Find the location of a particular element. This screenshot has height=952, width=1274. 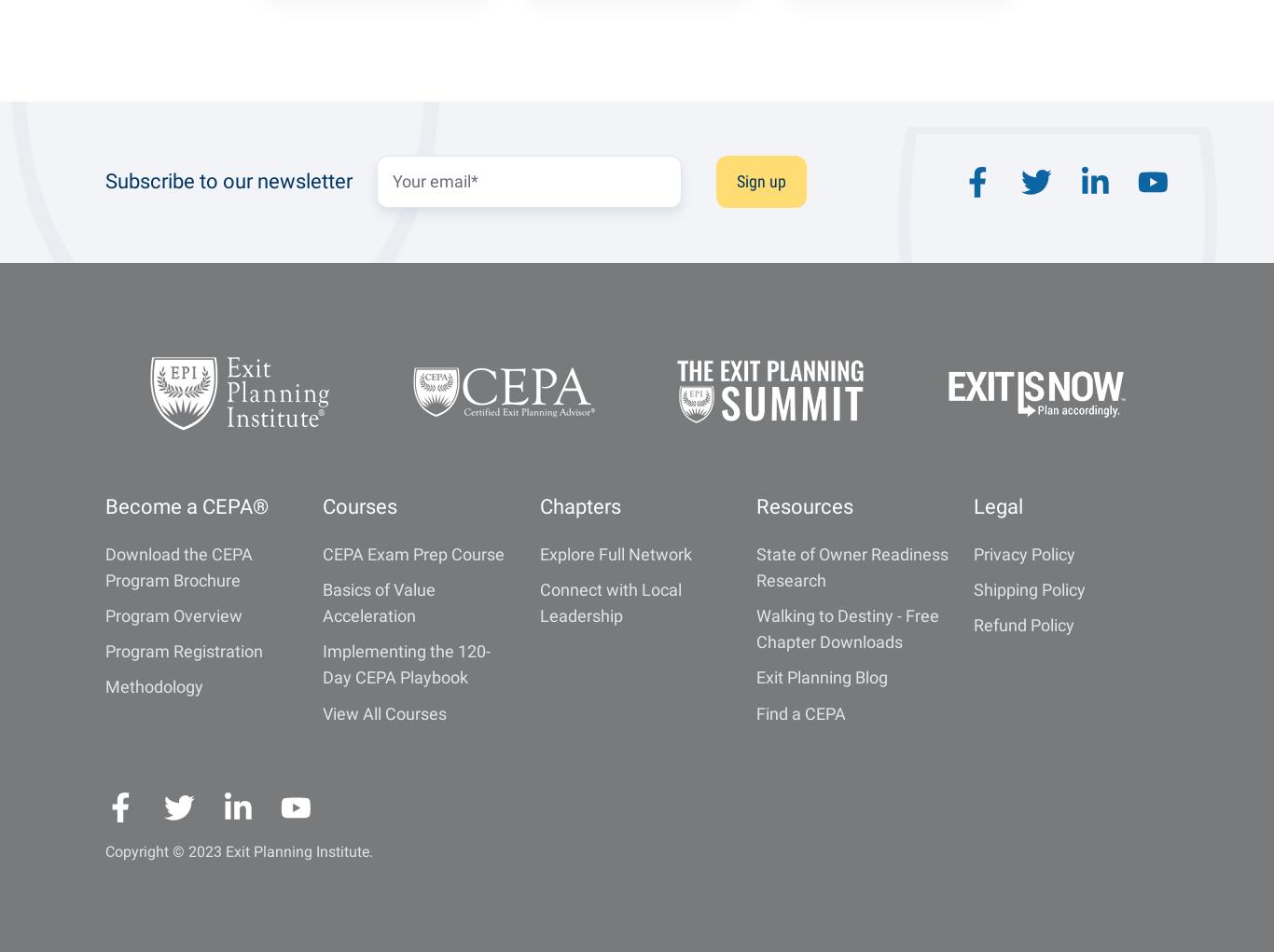

'State of Owner Readiness Research' is located at coordinates (852, 566).